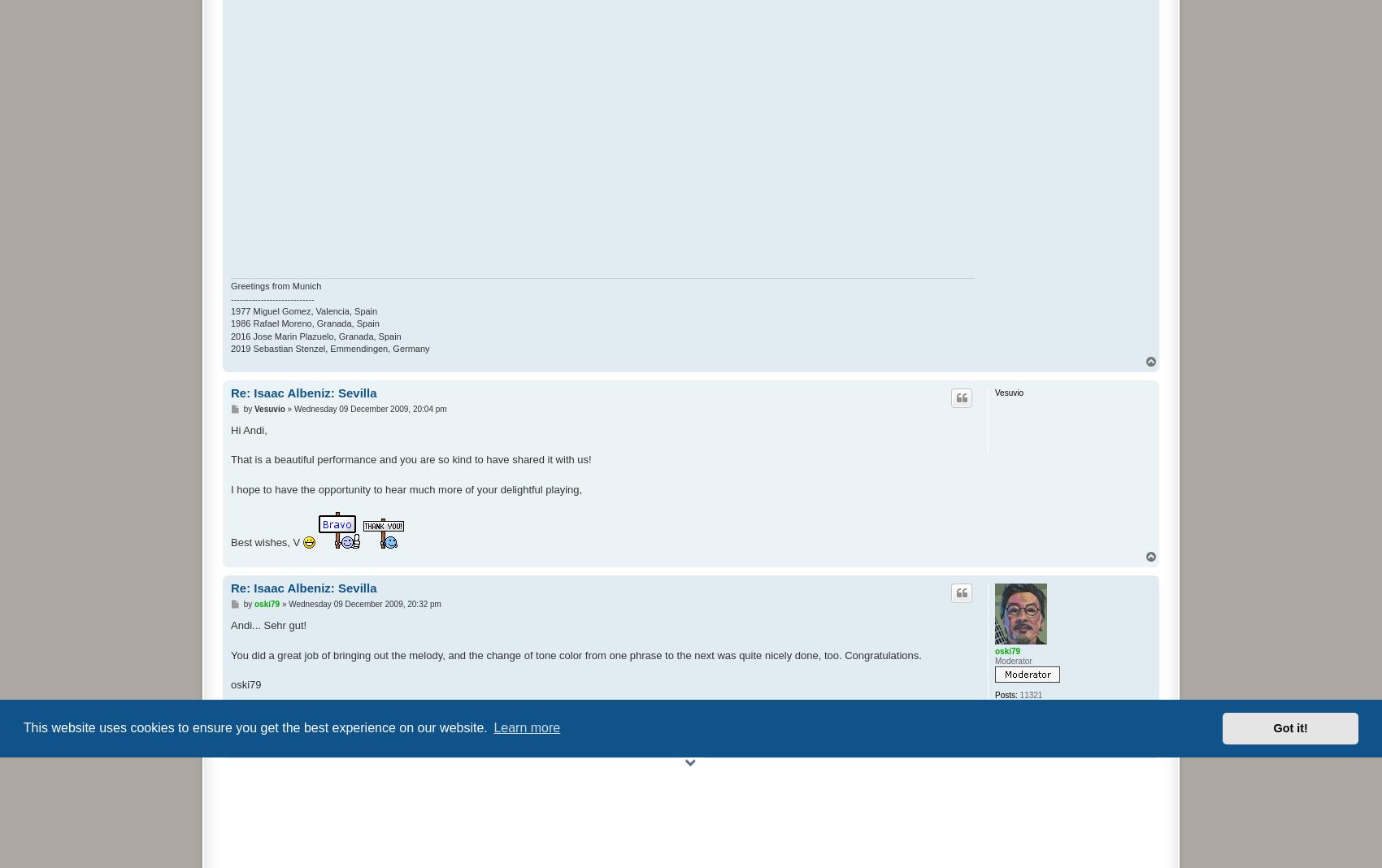  Describe the element at coordinates (272, 297) in the screenshot. I see `'----------------------------'` at that location.